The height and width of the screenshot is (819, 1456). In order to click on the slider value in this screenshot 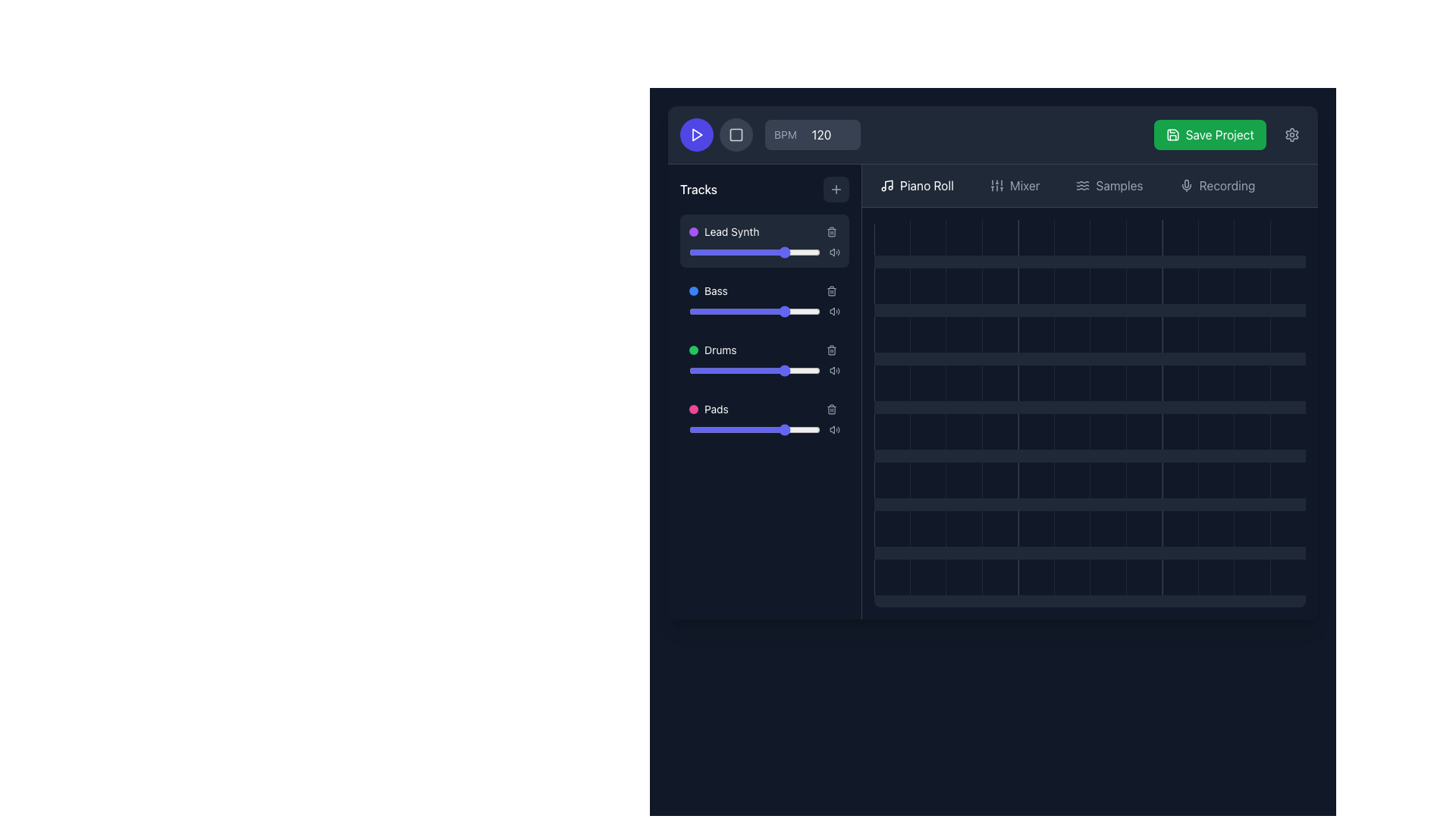, I will do `click(745, 311)`.